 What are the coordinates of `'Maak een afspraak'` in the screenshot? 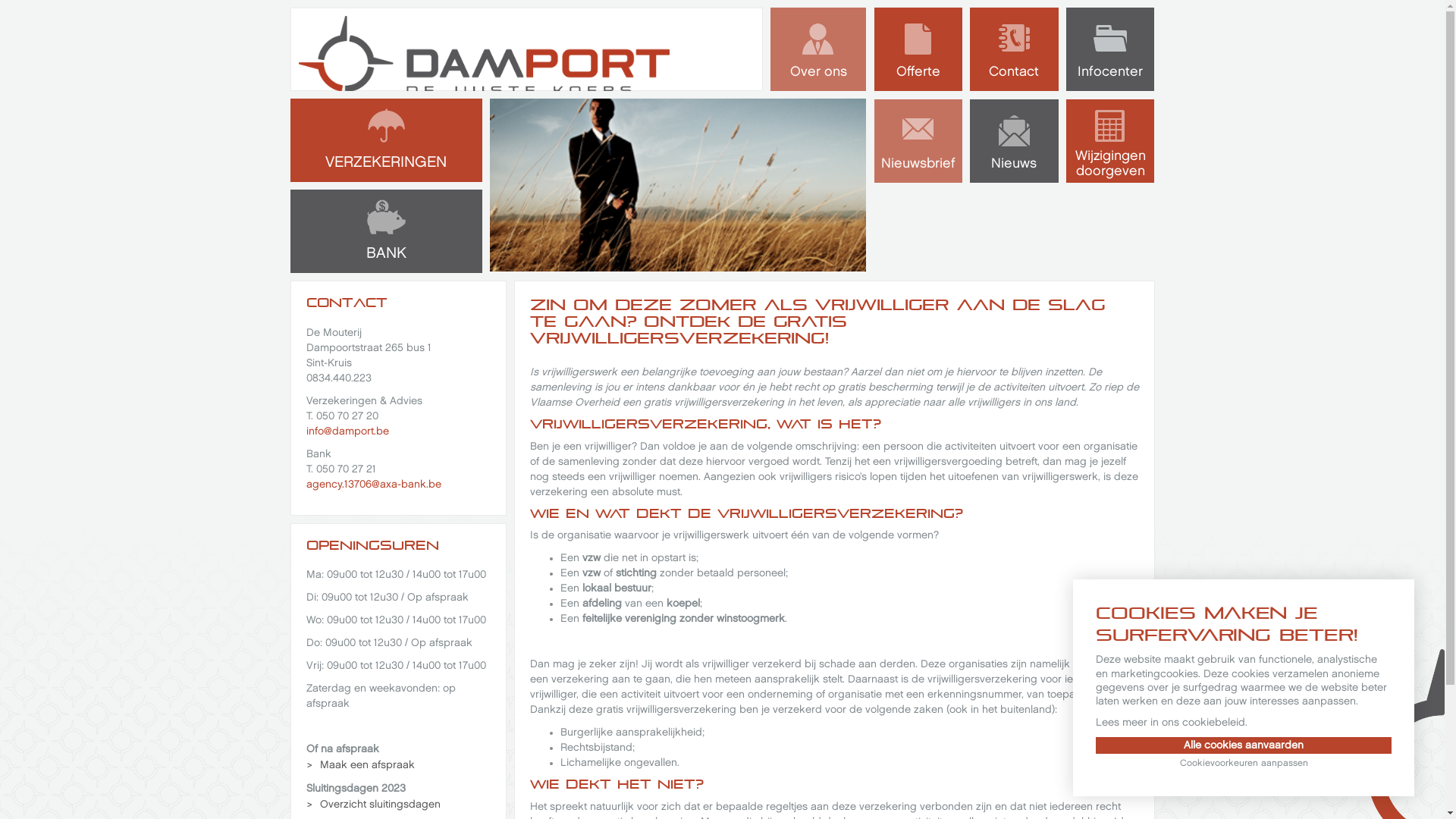 It's located at (359, 765).